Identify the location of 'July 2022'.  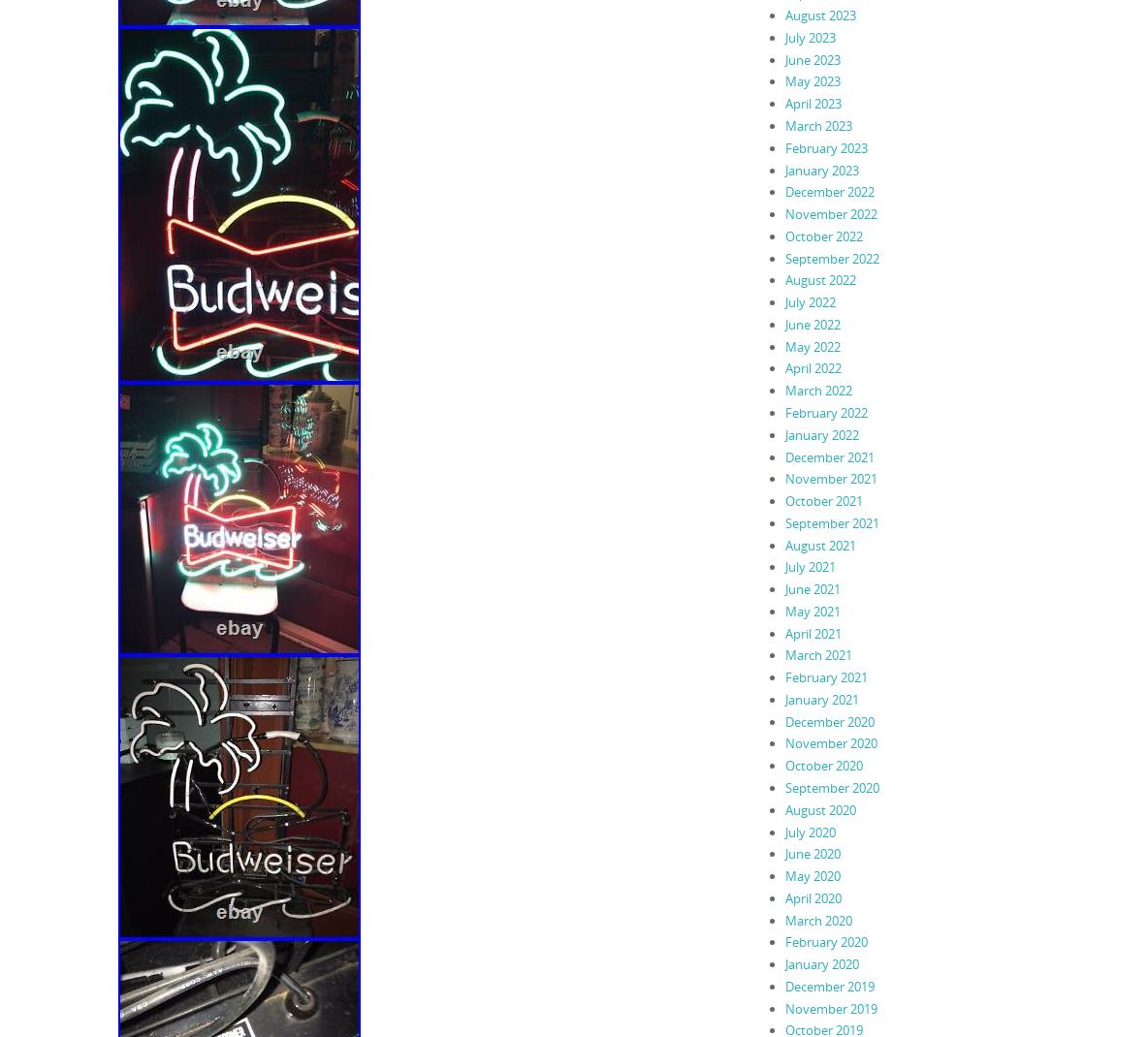
(809, 302).